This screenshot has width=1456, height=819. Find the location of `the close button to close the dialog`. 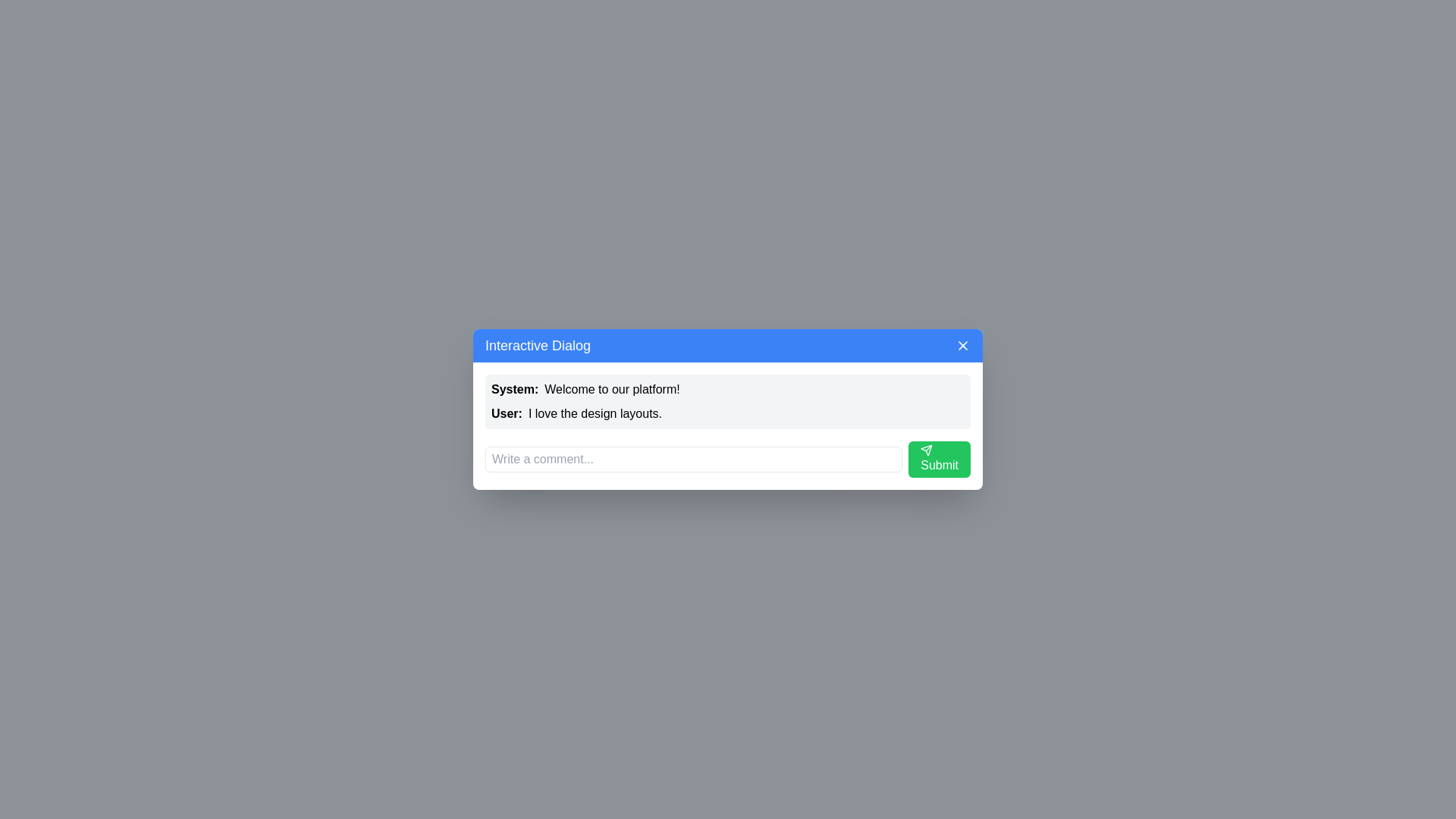

the close button to close the dialog is located at coordinates (962, 345).